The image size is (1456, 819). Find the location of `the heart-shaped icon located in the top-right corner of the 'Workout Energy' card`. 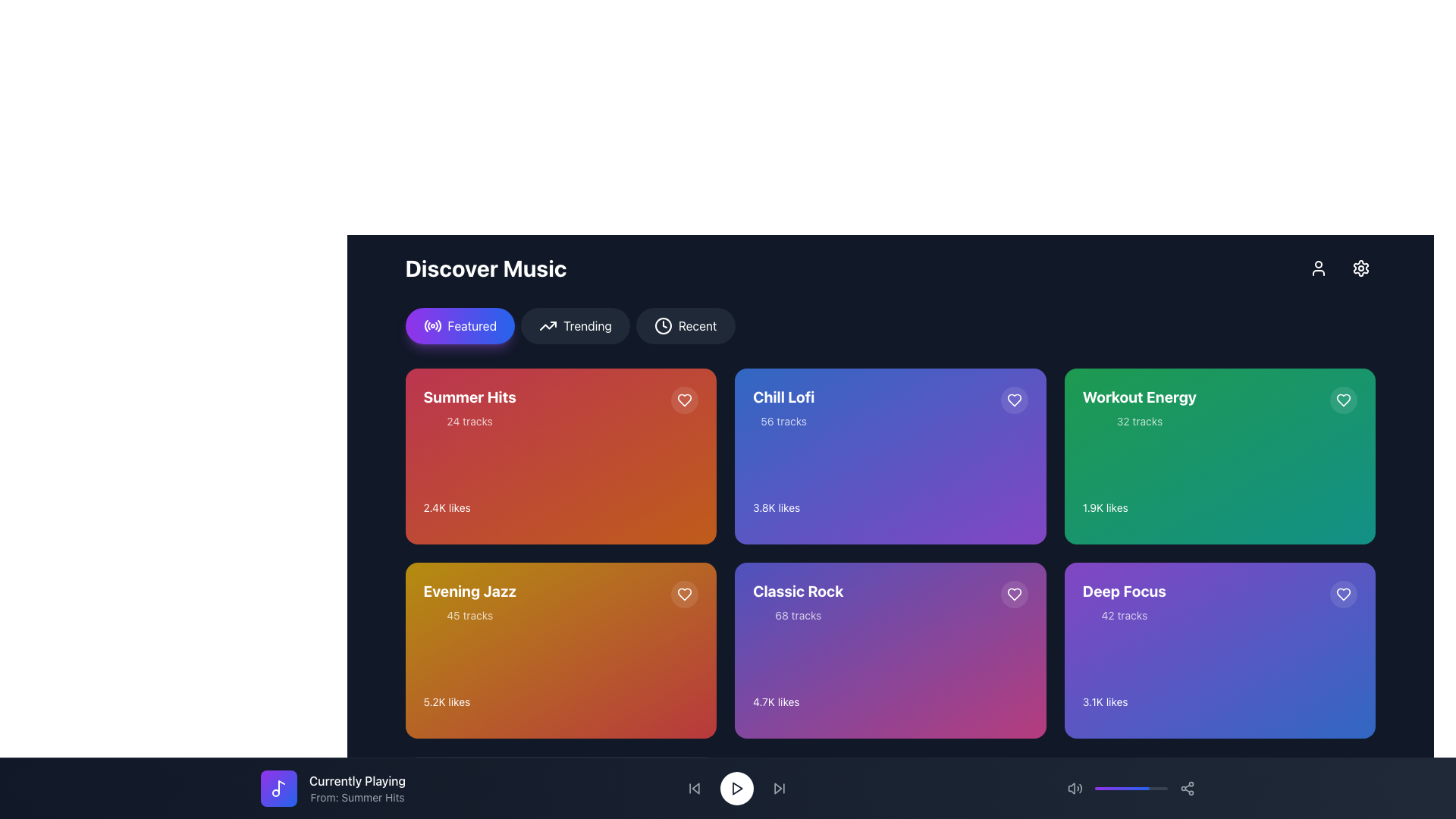

the heart-shaped icon located in the top-right corner of the 'Workout Energy' card is located at coordinates (1344, 400).